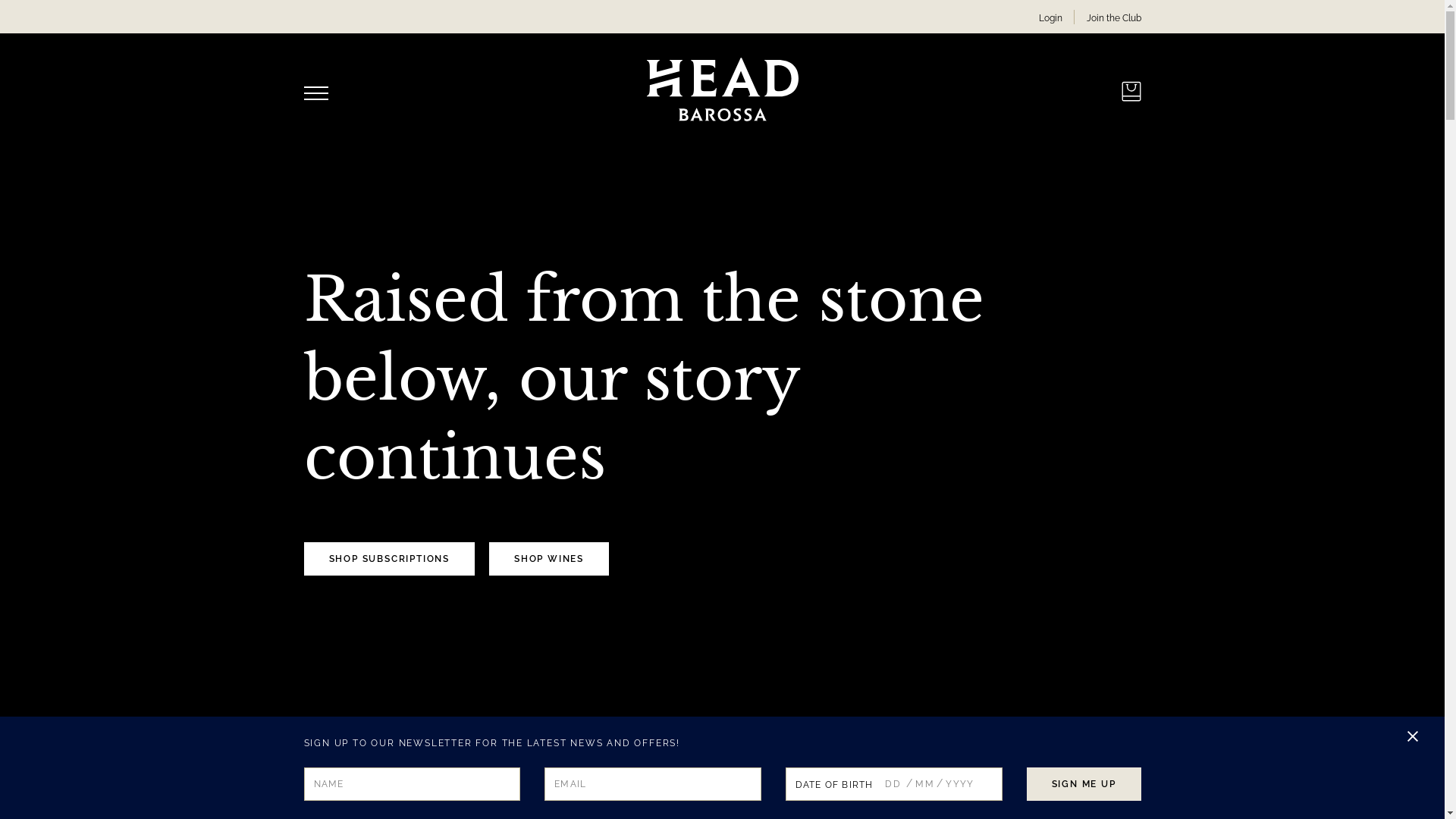 This screenshot has width=1456, height=819. Describe the element at coordinates (1083, 783) in the screenshot. I see `'SIGN ME UP'` at that location.